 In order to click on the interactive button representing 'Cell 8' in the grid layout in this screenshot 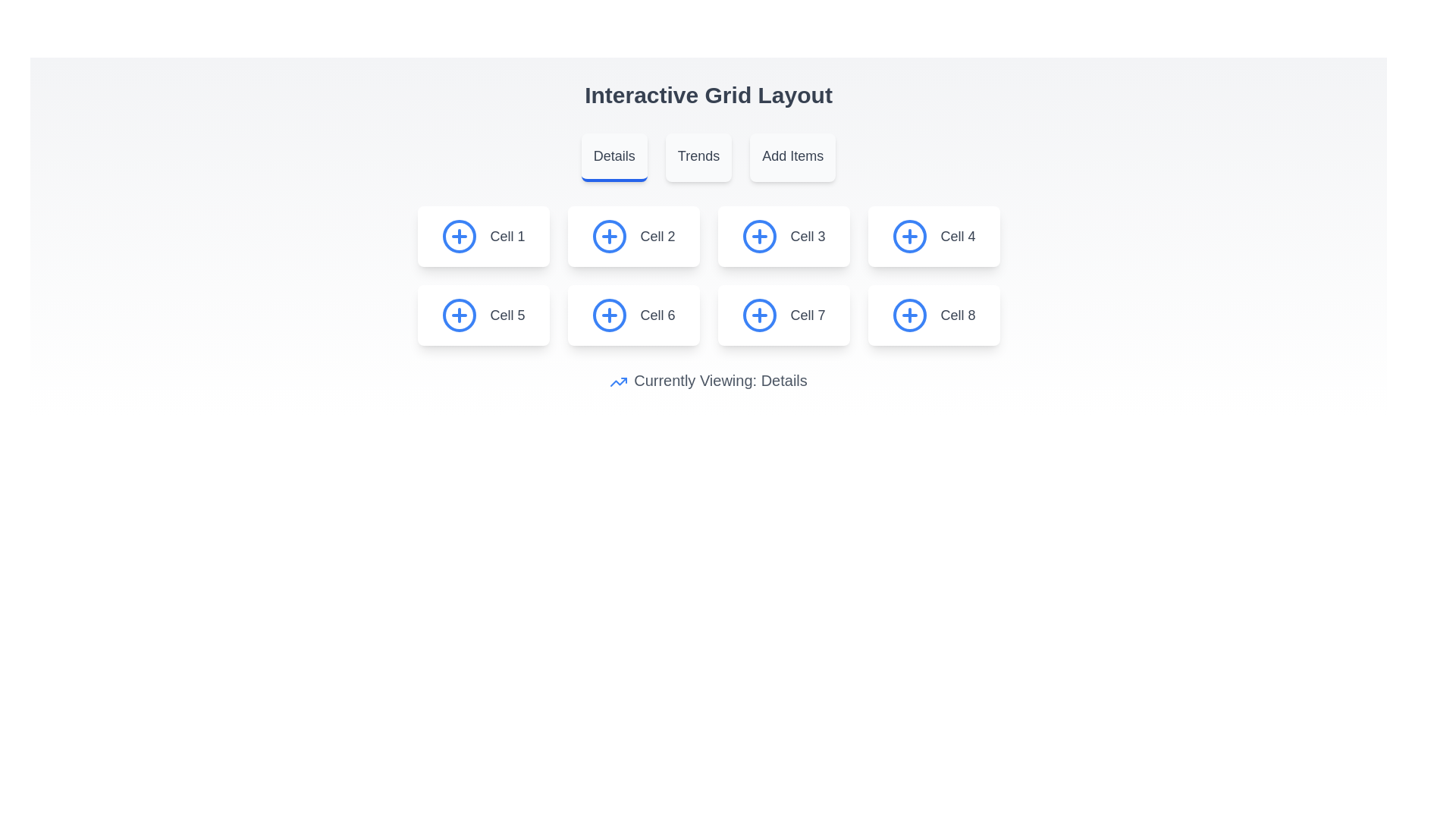, I will do `click(933, 315)`.